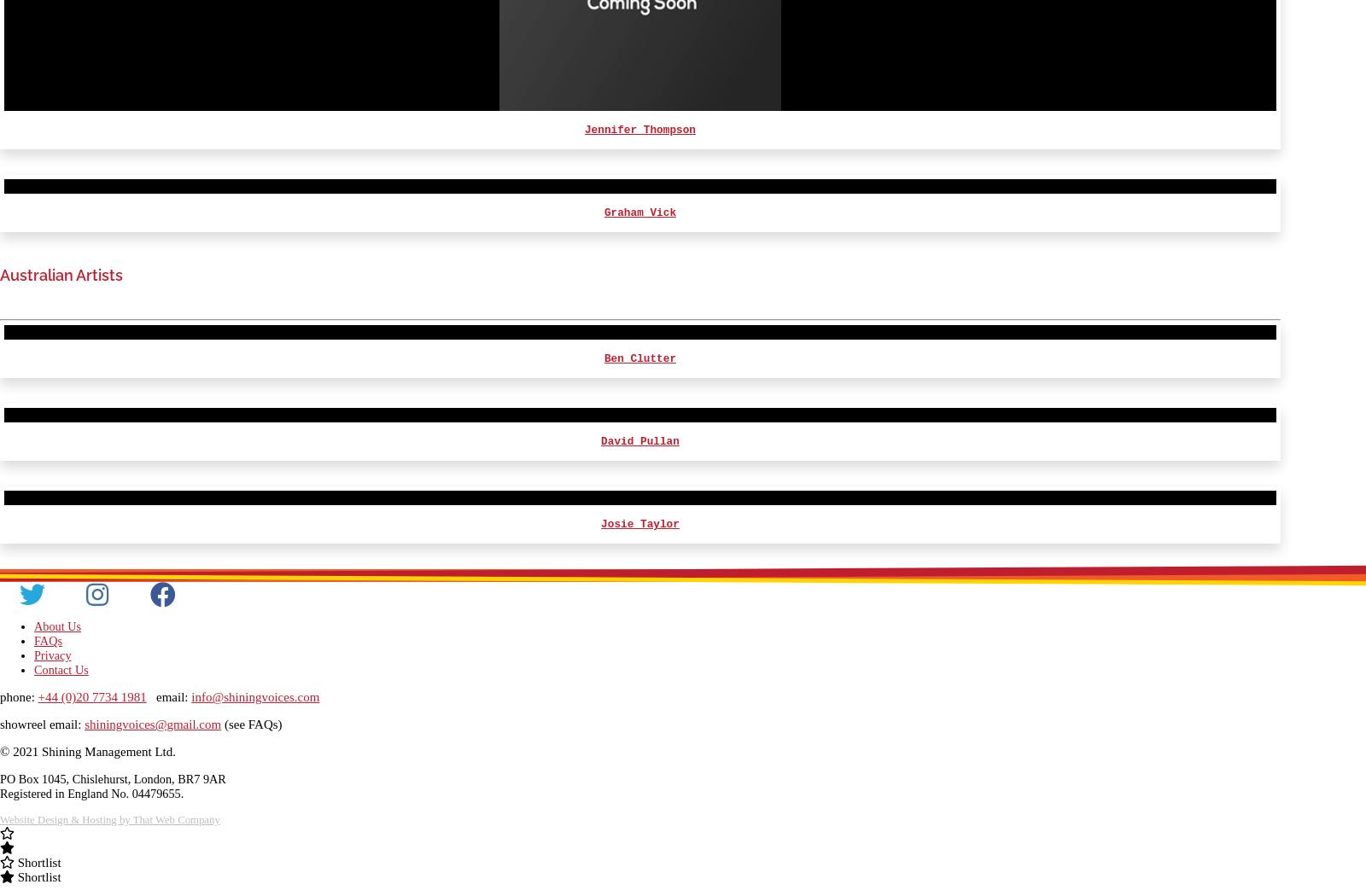  Describe the element at coordinates (1260, 151) in the screenshot. I see `'4'` at that location.